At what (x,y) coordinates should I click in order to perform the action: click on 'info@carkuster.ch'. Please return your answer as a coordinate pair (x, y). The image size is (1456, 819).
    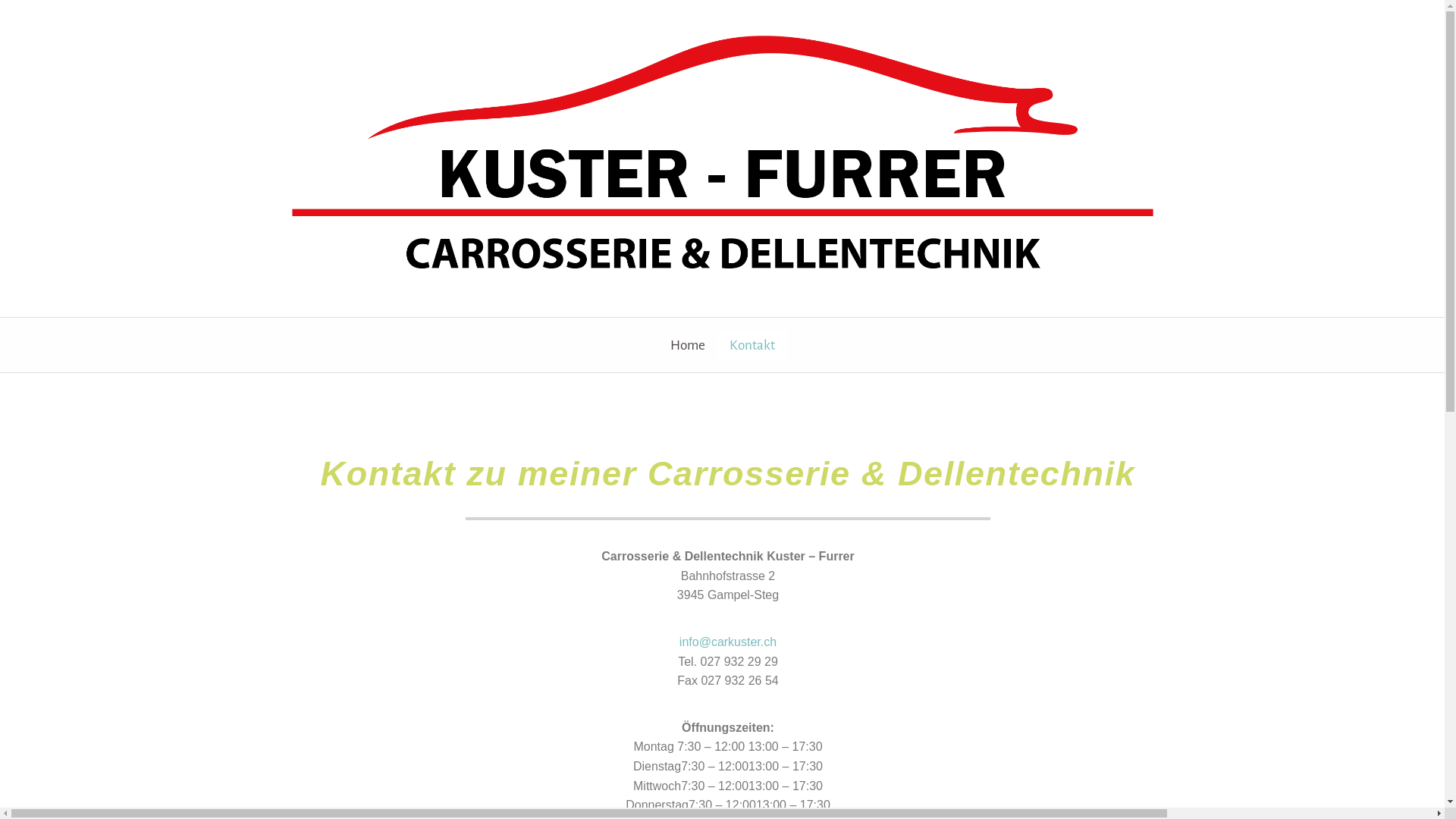
    Looking at the image, I should click on (728, 642).